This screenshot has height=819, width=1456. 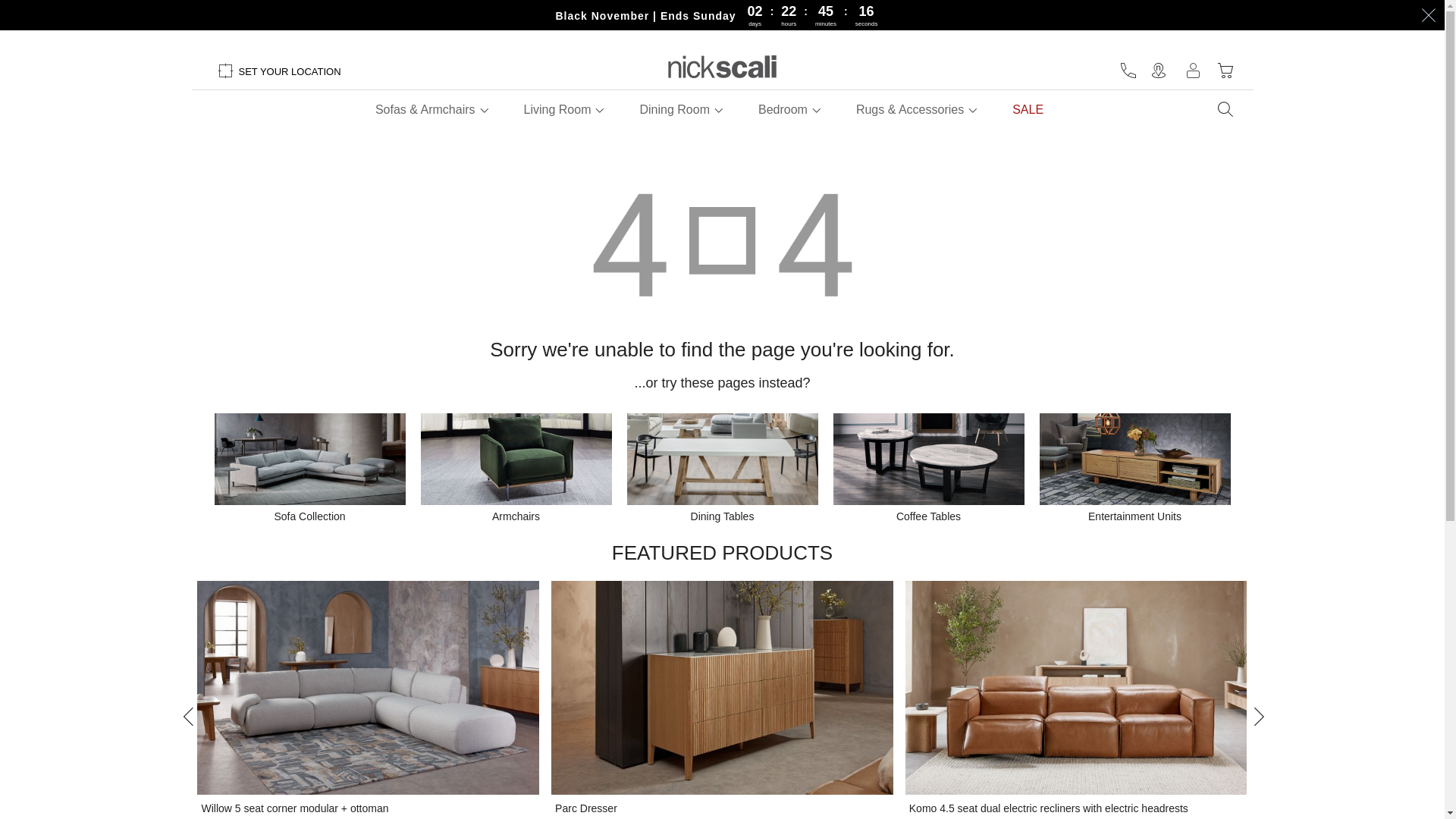 I want to click on 'Dining Room', so click(x=673, y=109).